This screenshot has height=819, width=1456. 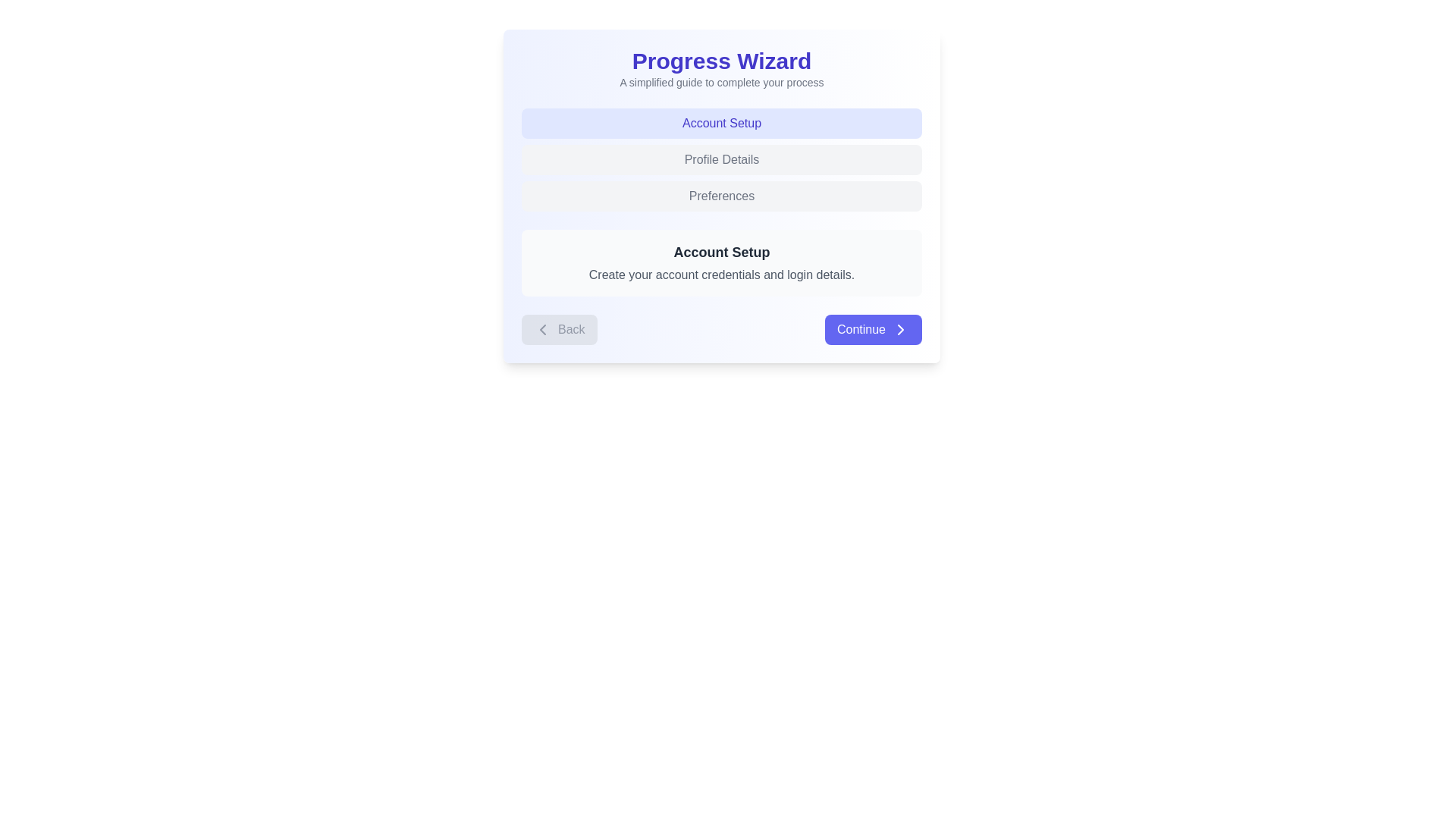 I want to click on the 'Progress Wizard' heading text element located at the top-center of the interface, so click(x=720, y=61).